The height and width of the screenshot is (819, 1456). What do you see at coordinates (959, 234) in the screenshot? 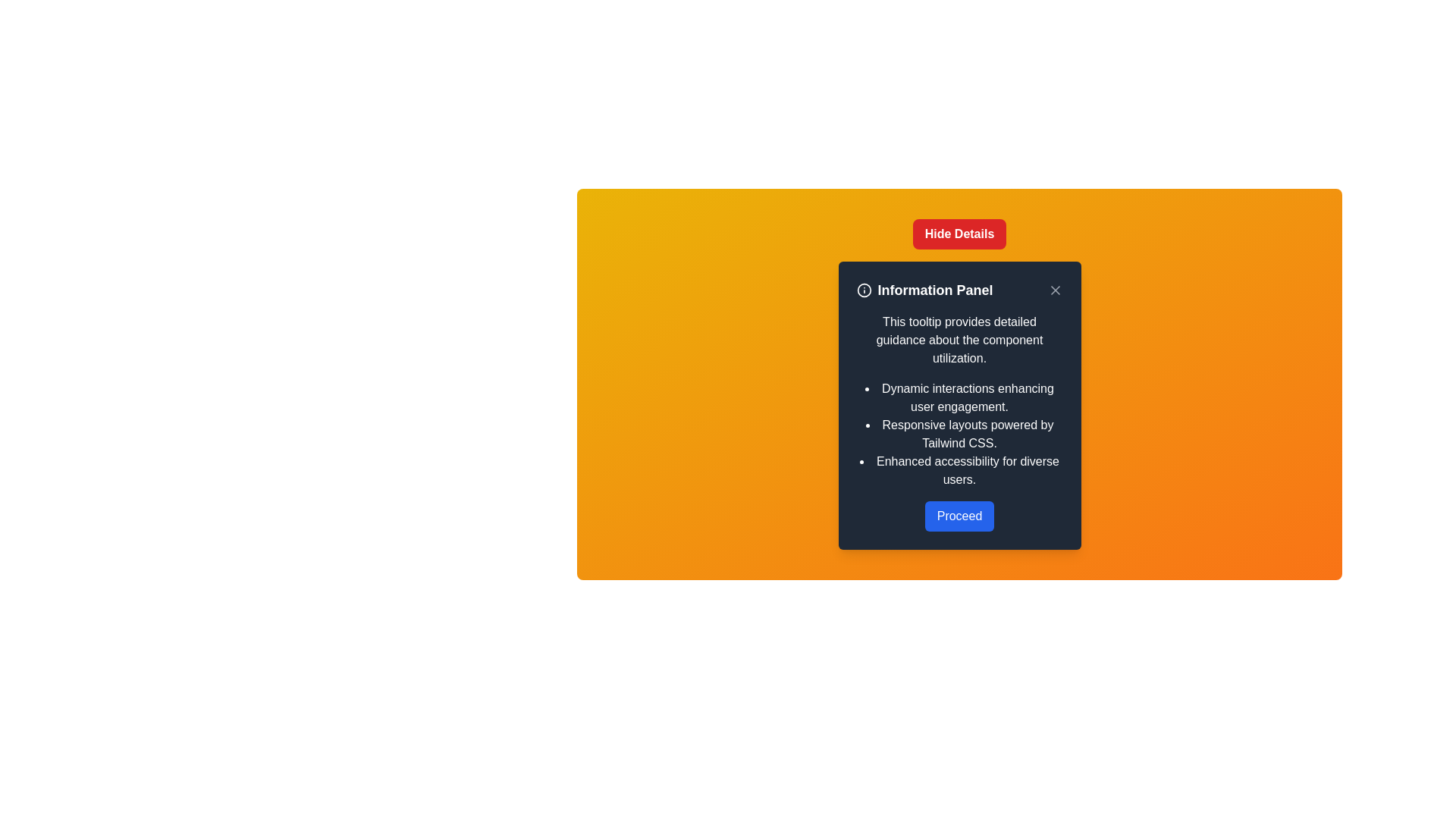
I see `the rectangular button with a red background and white bold text reading 'Hide Details' to observe its hover effect` at bounding box center [959, 234].